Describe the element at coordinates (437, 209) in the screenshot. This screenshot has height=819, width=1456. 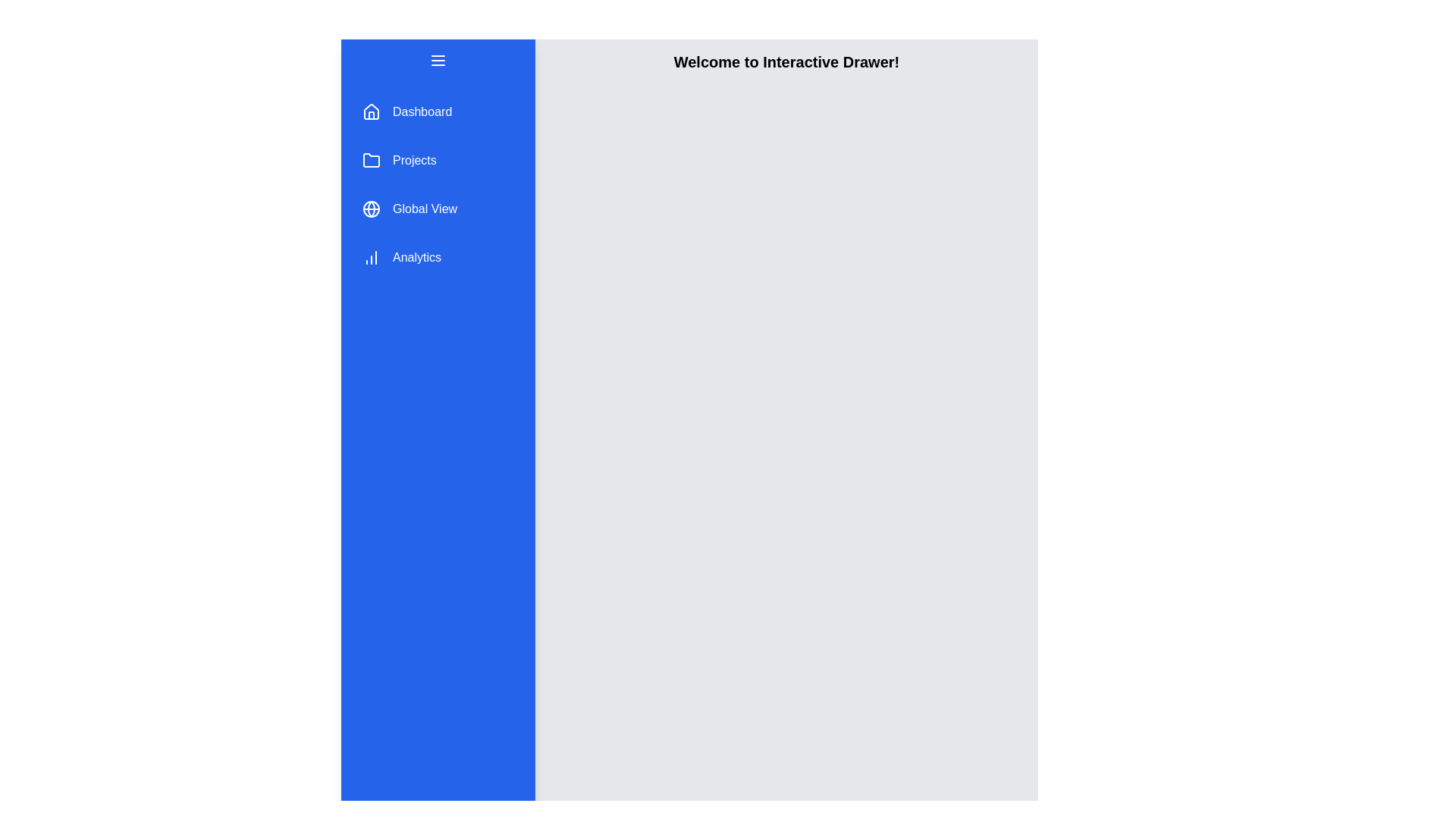
I see `the menu item Global View in the drawer` at that location.